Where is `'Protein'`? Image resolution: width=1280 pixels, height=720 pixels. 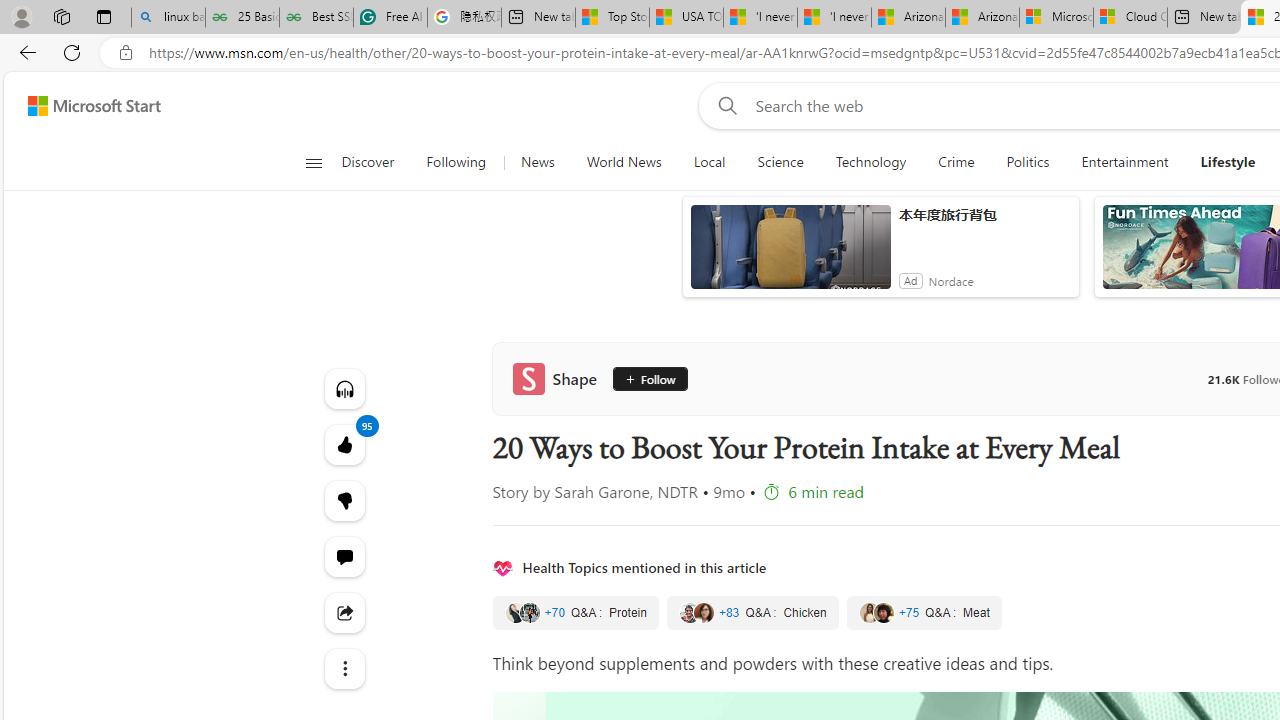 'Protein' is located at coordinates (574, 612).